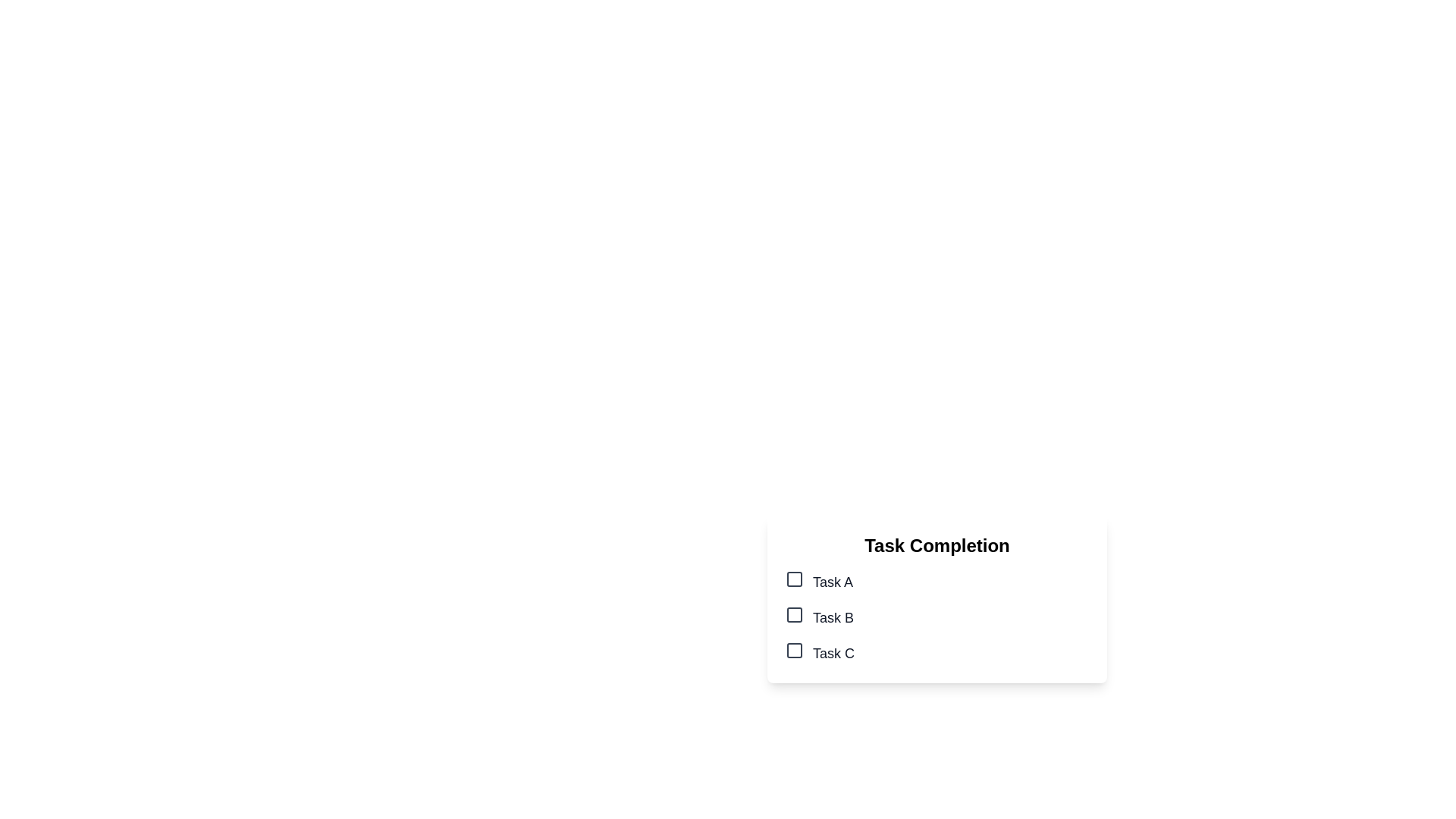 Image resolution: width=1456 pixels, height=819 pixels. I want to click on the Text Header at the top of the task card, which serves as a descriptive header for the content below, so click(937, 546).